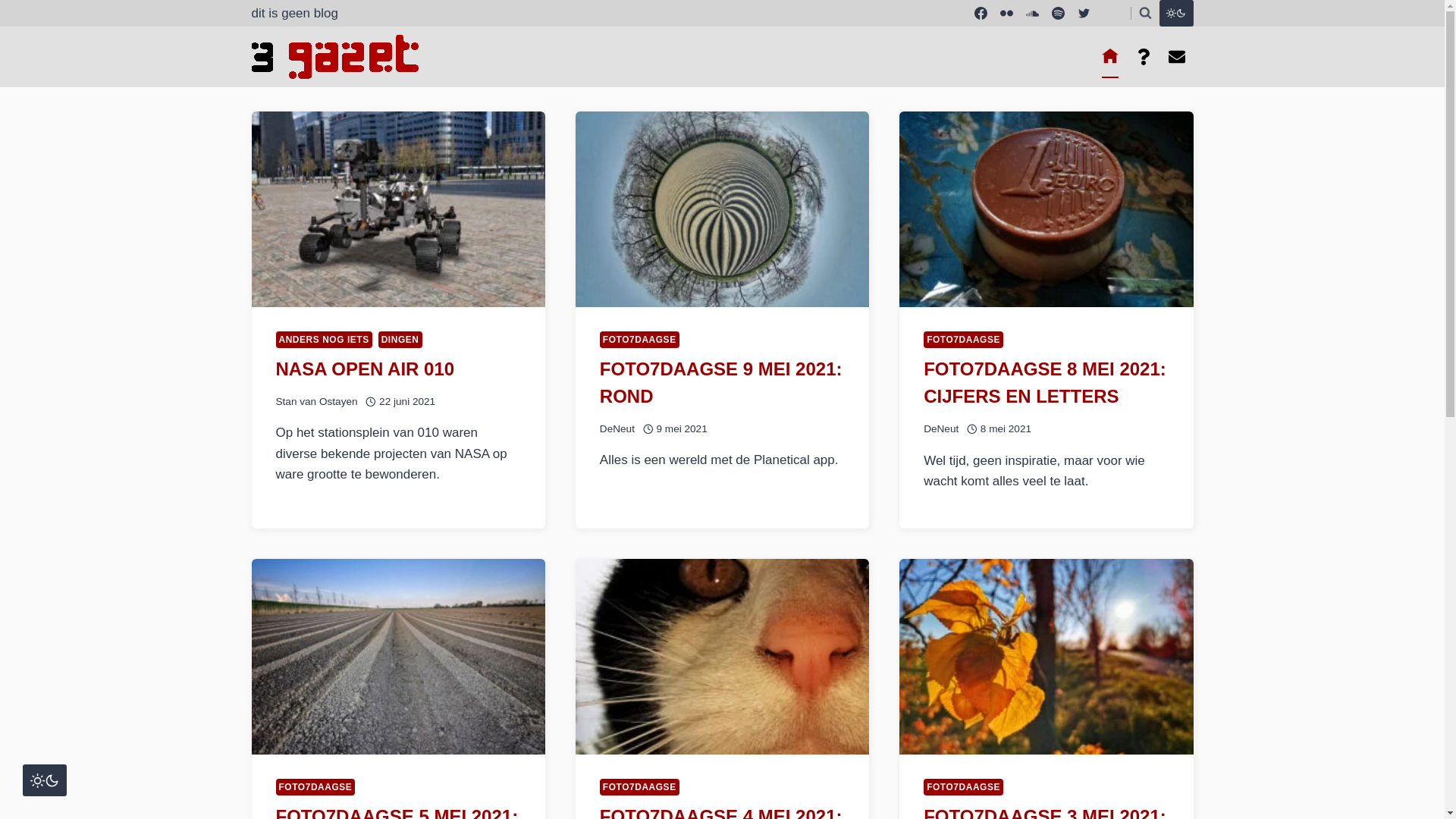 This screenshot has width=1456, height=819. I want to click on 'ANDERS NOG IETS', so click(323, 338).